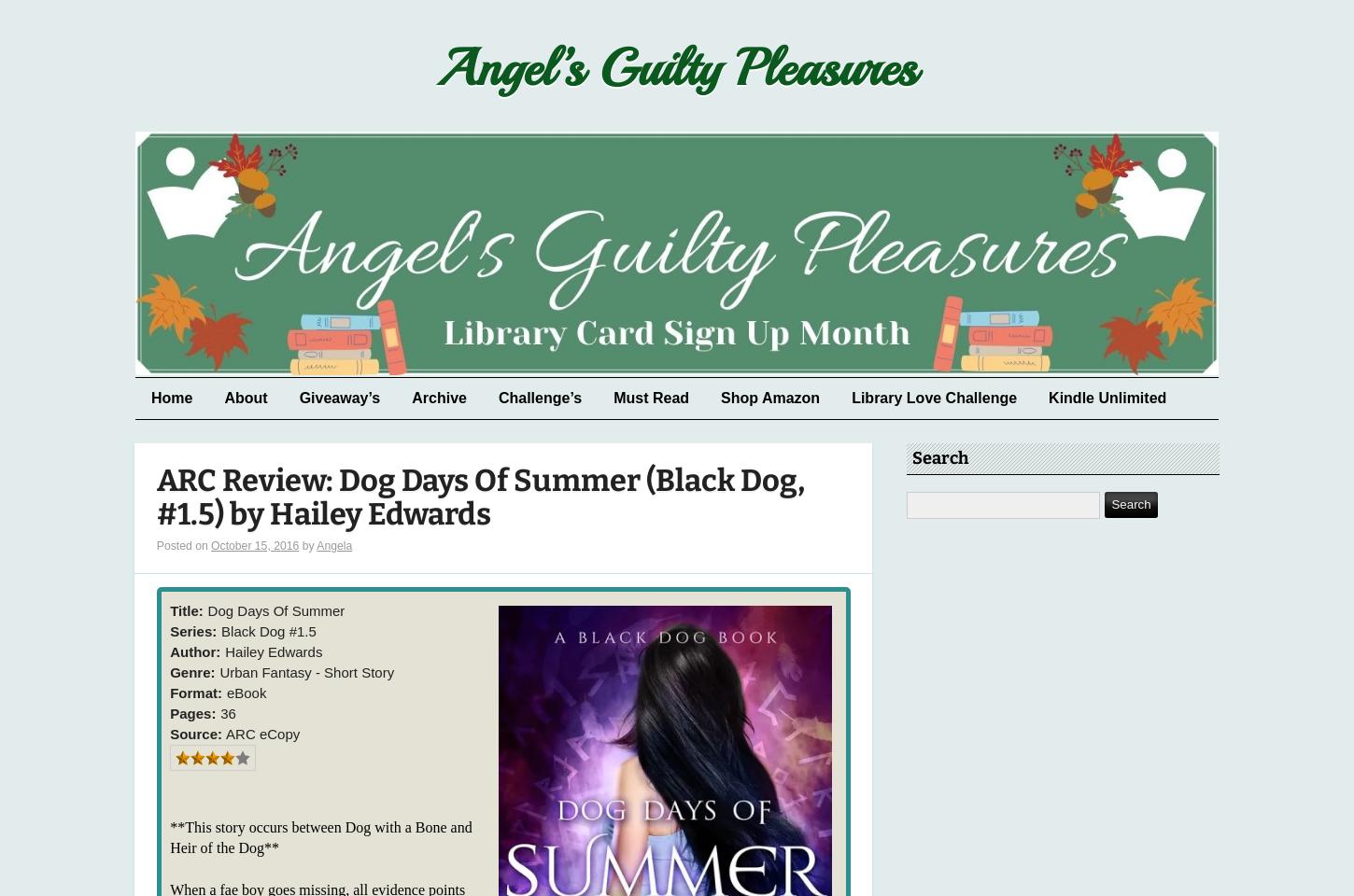 This screenshot has height=896, width=1354. Describe the element at coordinates (275, 609) in the screenshot. I see `'Dog Days Of Summer'` at that location.